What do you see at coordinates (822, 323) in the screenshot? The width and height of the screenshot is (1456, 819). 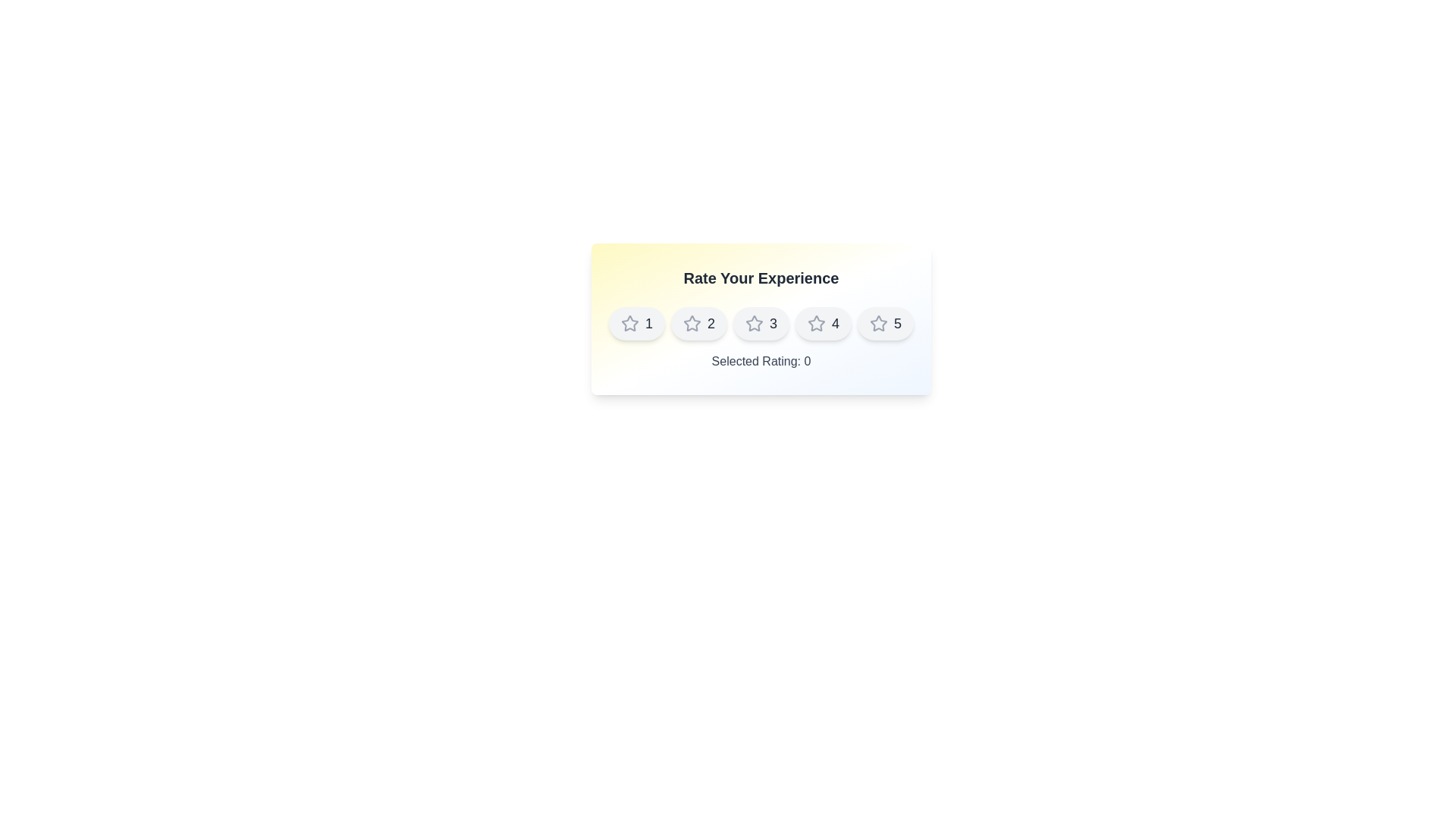 I see `the star corresponding to the rating value 4` at bounding box center [822, 323].